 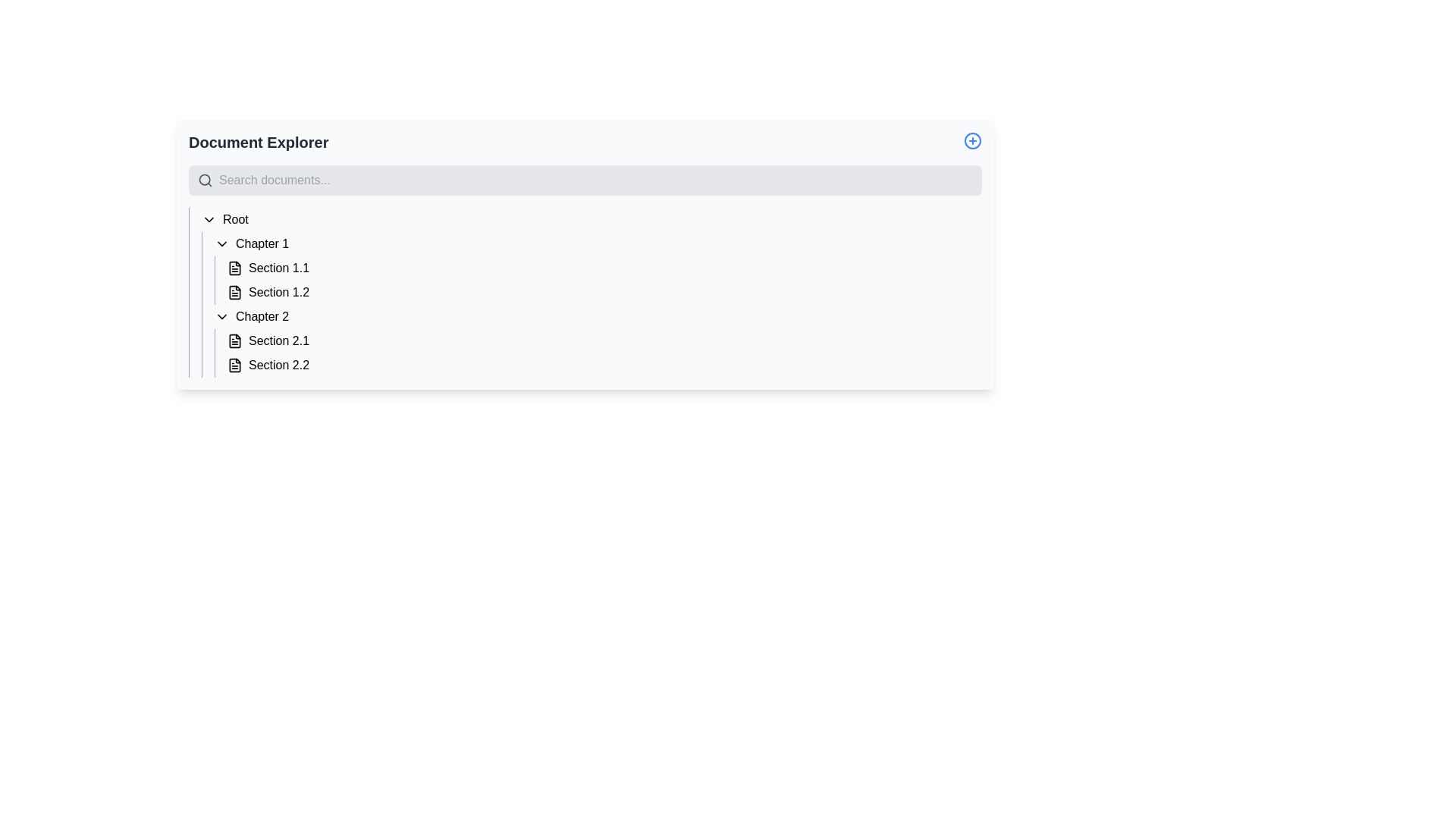 What do you see at coordinates (234, 366) in the screenshot?
I see `the document icon located in Section 2.2, which has a rectangular outline with a folded corner and three horizontal lines representing text` at bounding box center [234, 366].